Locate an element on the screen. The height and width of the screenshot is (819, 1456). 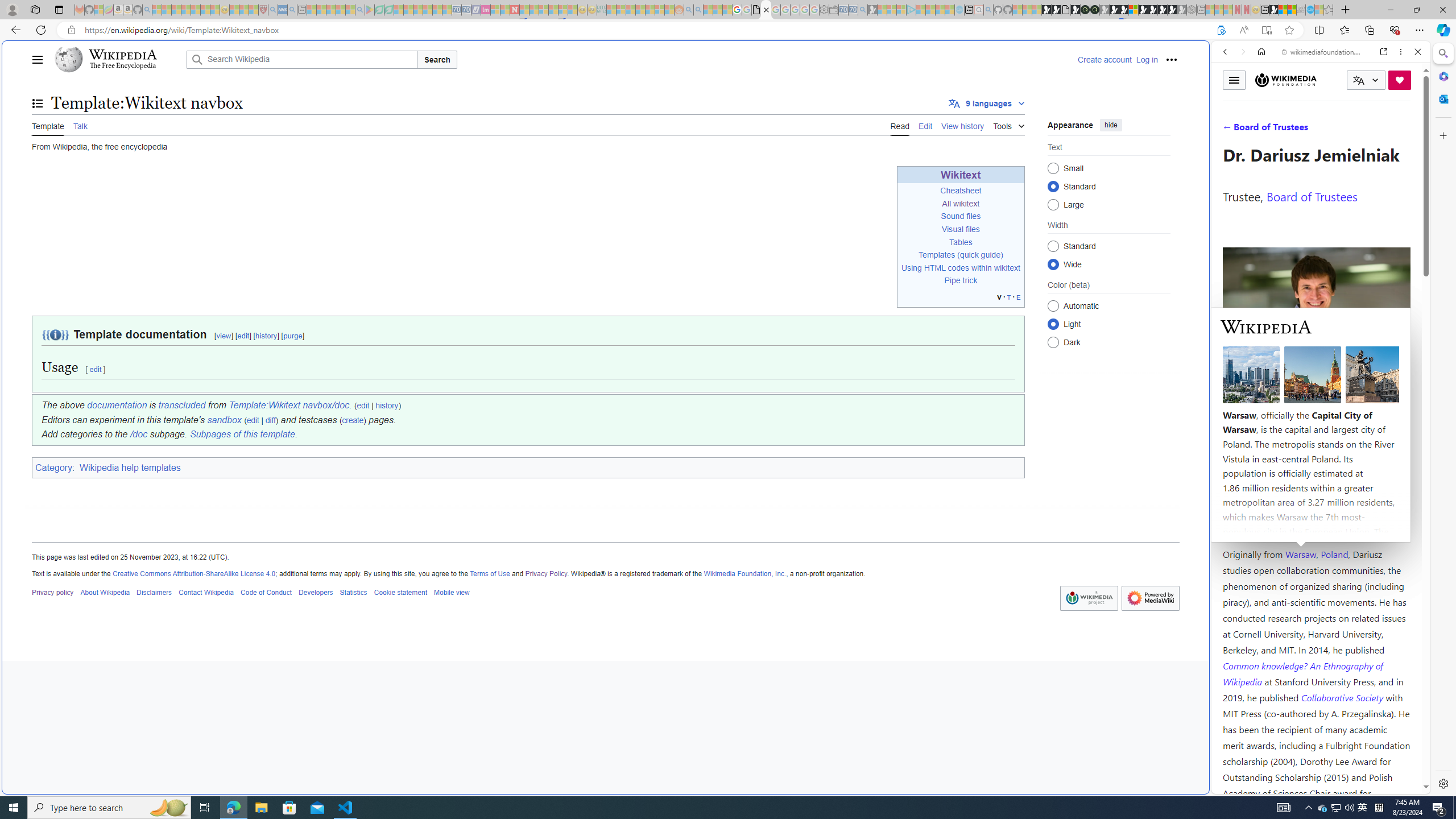
'Dark' is located at coordinates (1053, 342).